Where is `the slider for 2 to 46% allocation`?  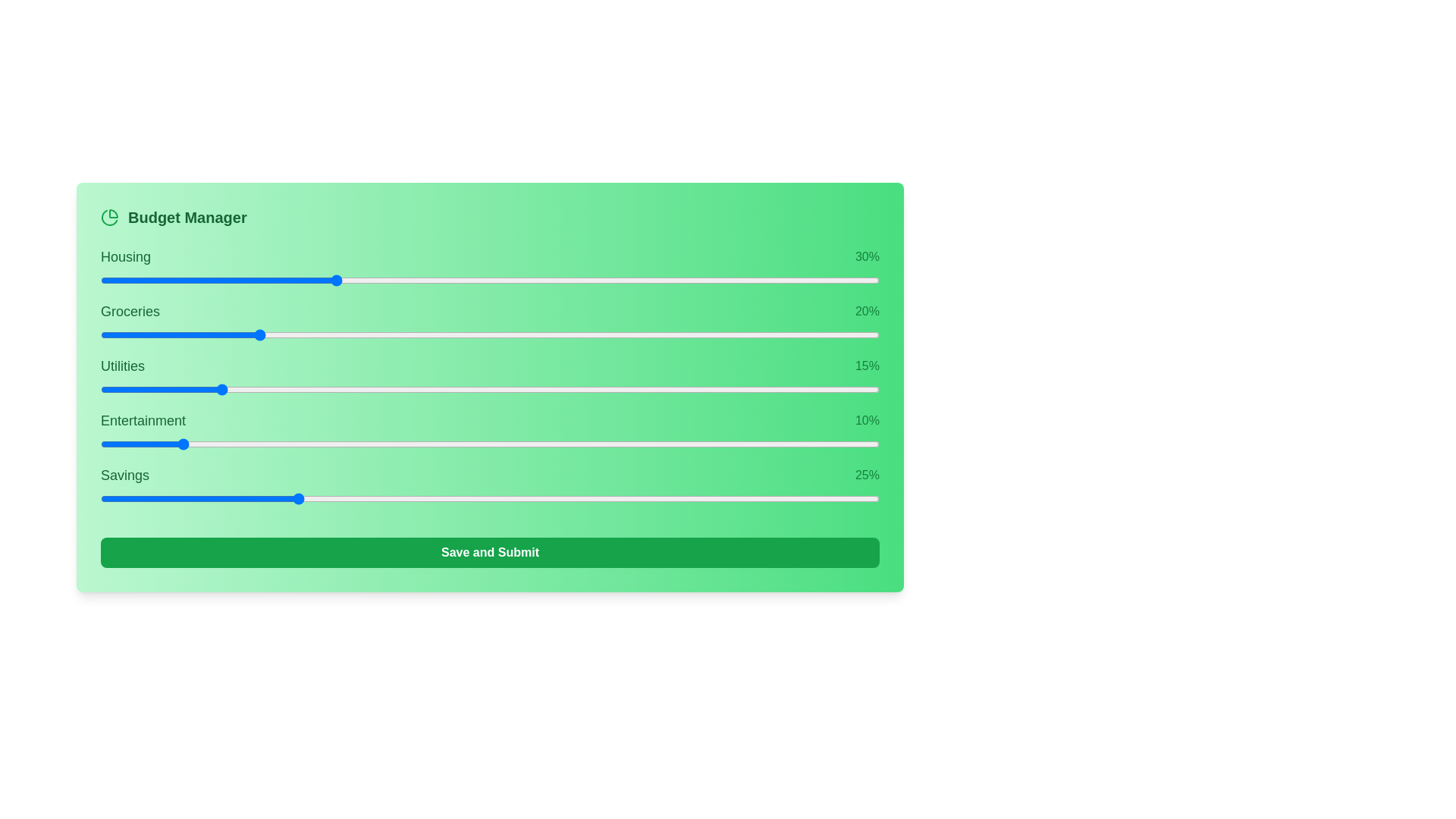 the slider for 2 to 46% allocation is located at coordinates (668, 388).